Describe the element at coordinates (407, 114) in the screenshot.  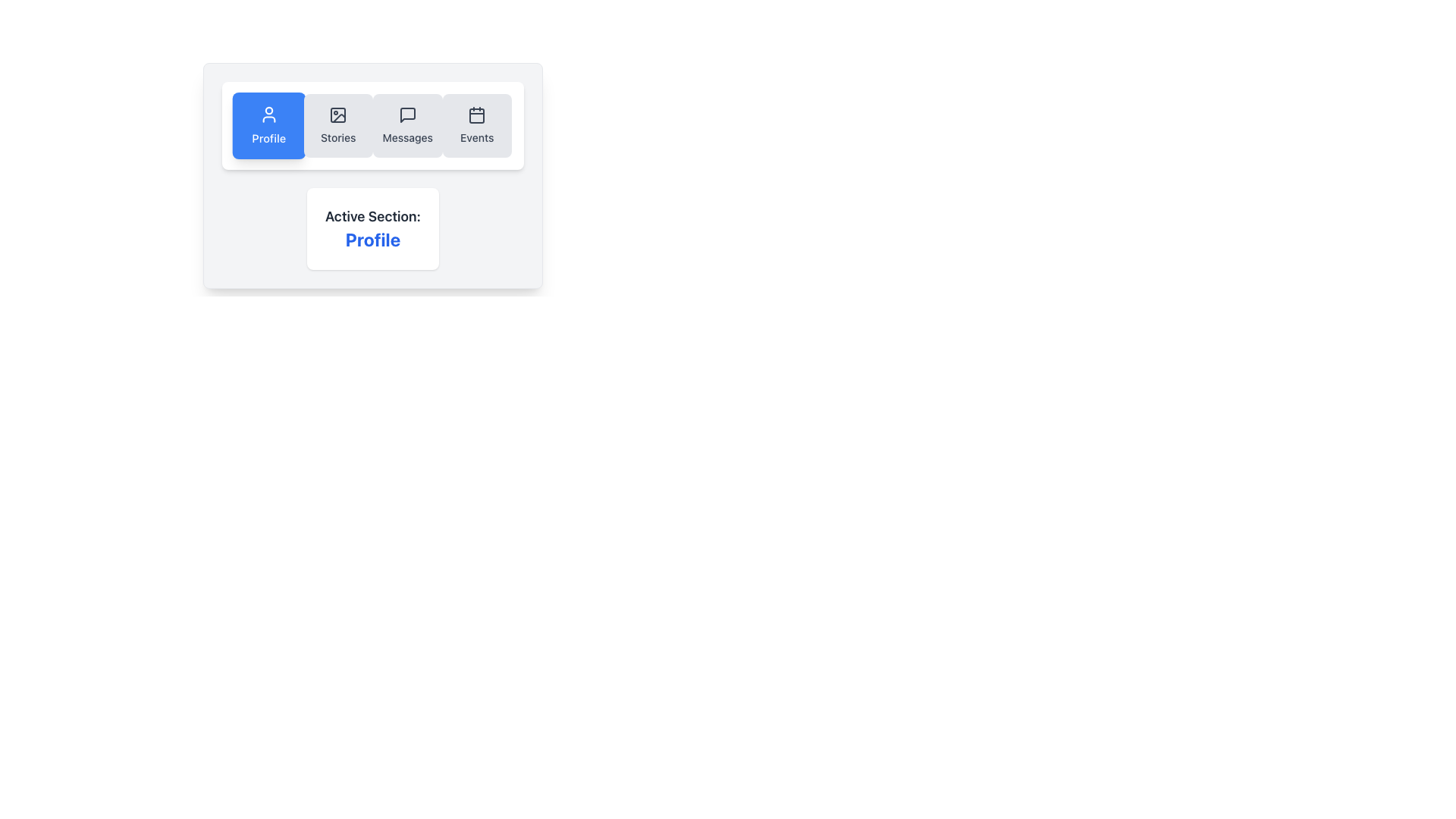
I see `the speech bubble icon in the navigation menu, which is the third icon from the left, located between 'Stories' and 'Events'` at that location.